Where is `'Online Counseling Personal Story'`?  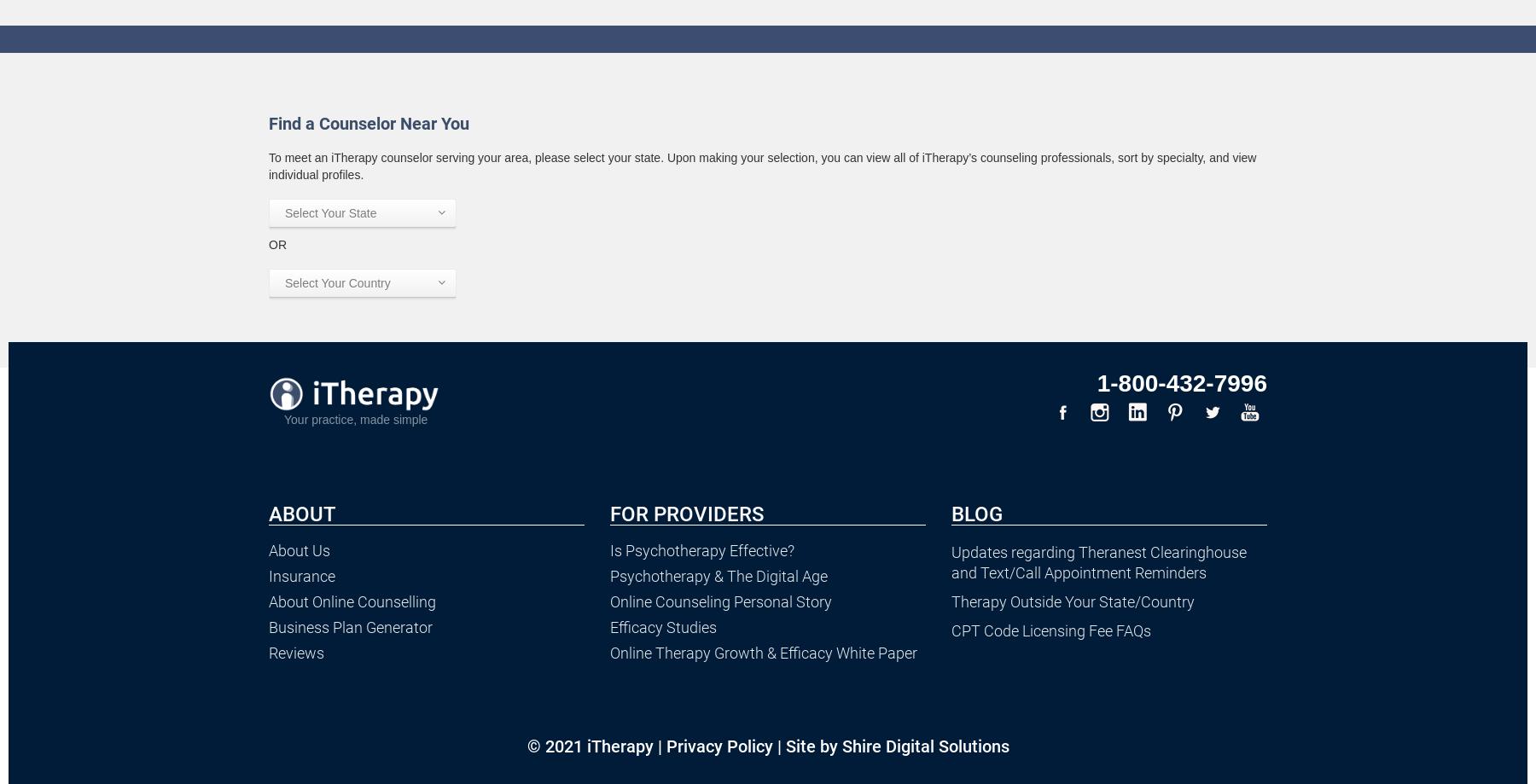
'Online Counseling Personal Story' is located at coordinates (720, 601).